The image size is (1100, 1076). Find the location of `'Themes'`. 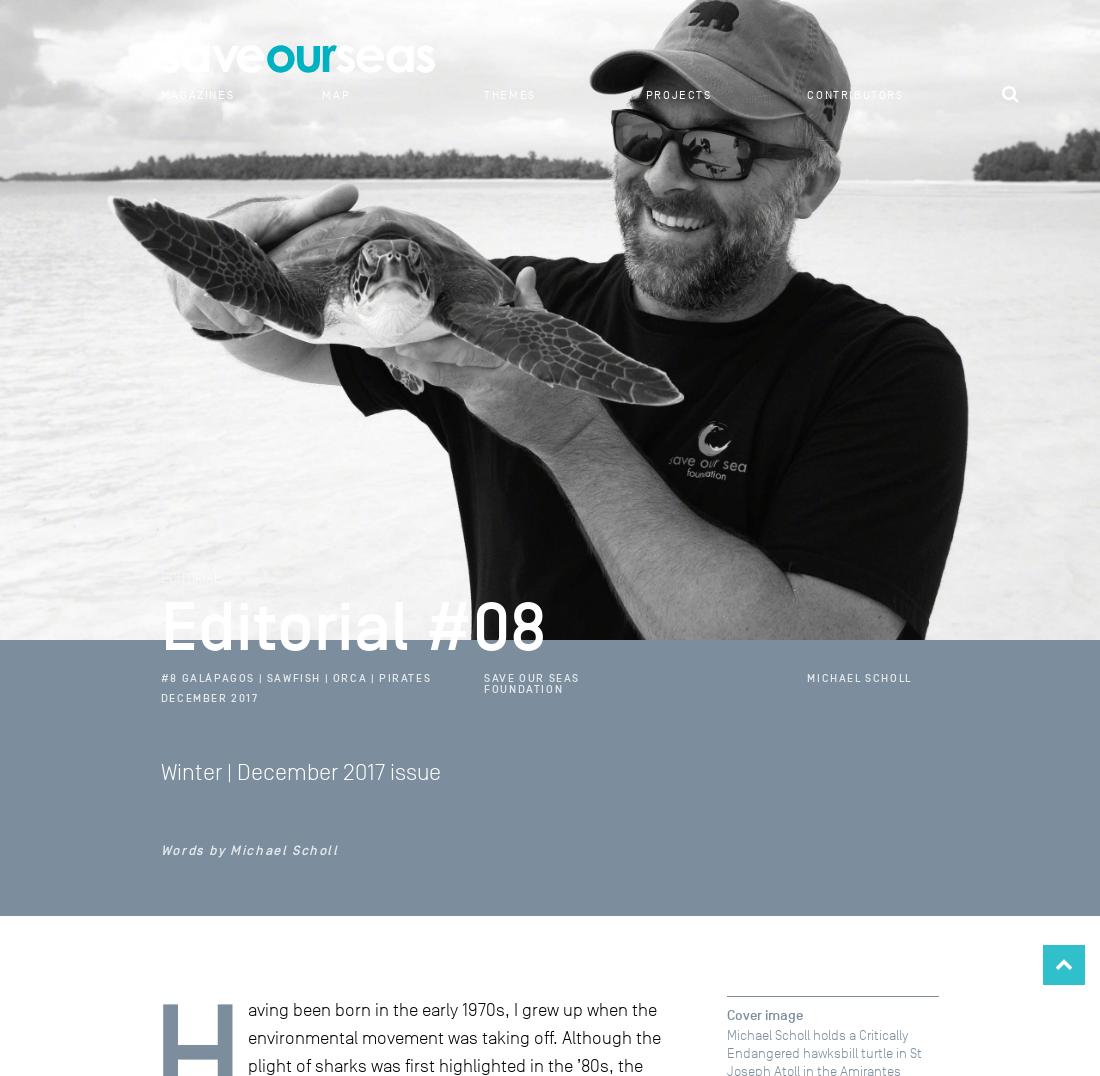

'Themes' is located at coordinates (509, 94).